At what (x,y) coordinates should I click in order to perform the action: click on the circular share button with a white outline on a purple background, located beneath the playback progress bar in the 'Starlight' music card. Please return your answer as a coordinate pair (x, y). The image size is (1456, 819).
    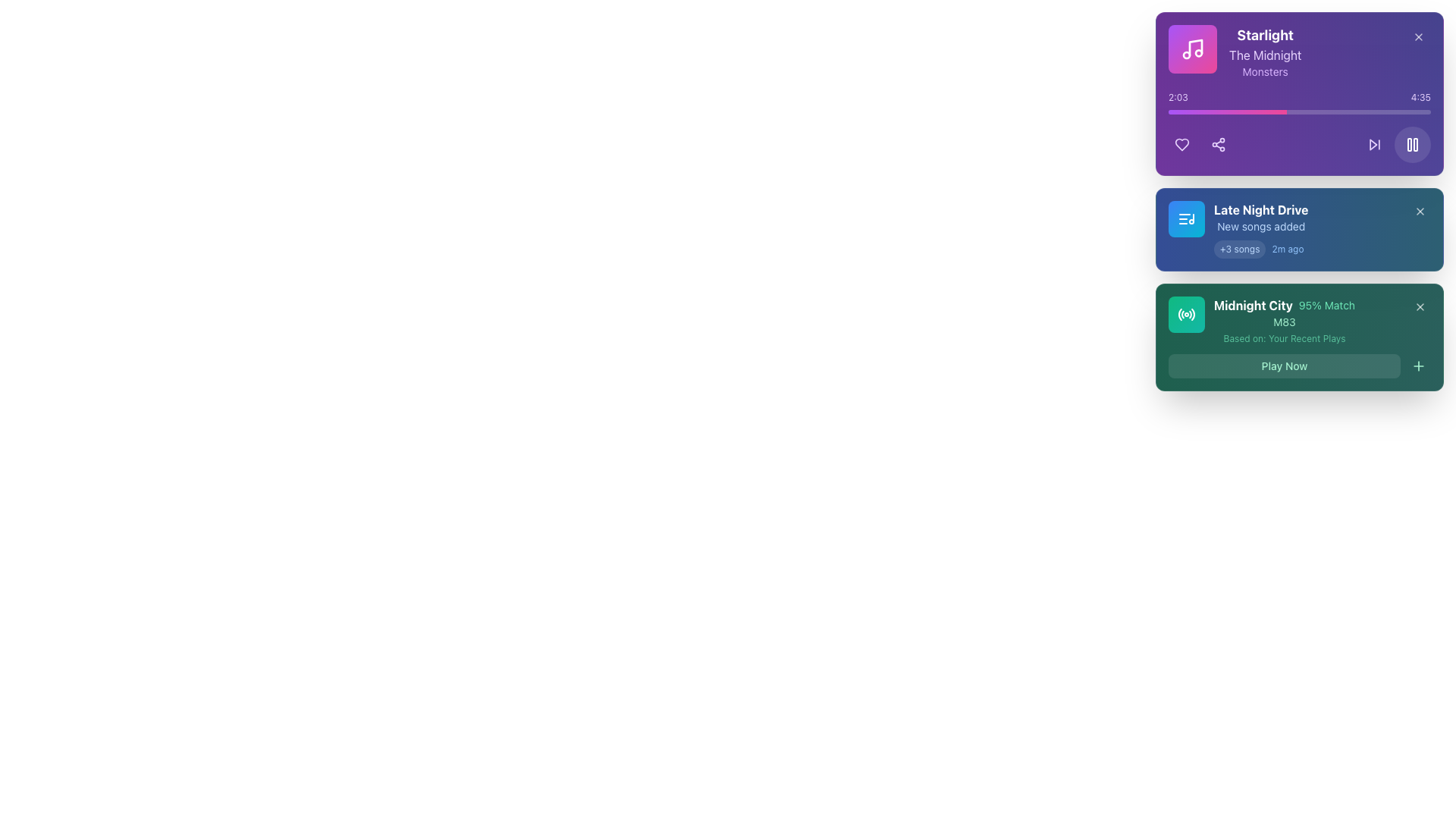
    Looking at the image, I should click on (1219, 145).